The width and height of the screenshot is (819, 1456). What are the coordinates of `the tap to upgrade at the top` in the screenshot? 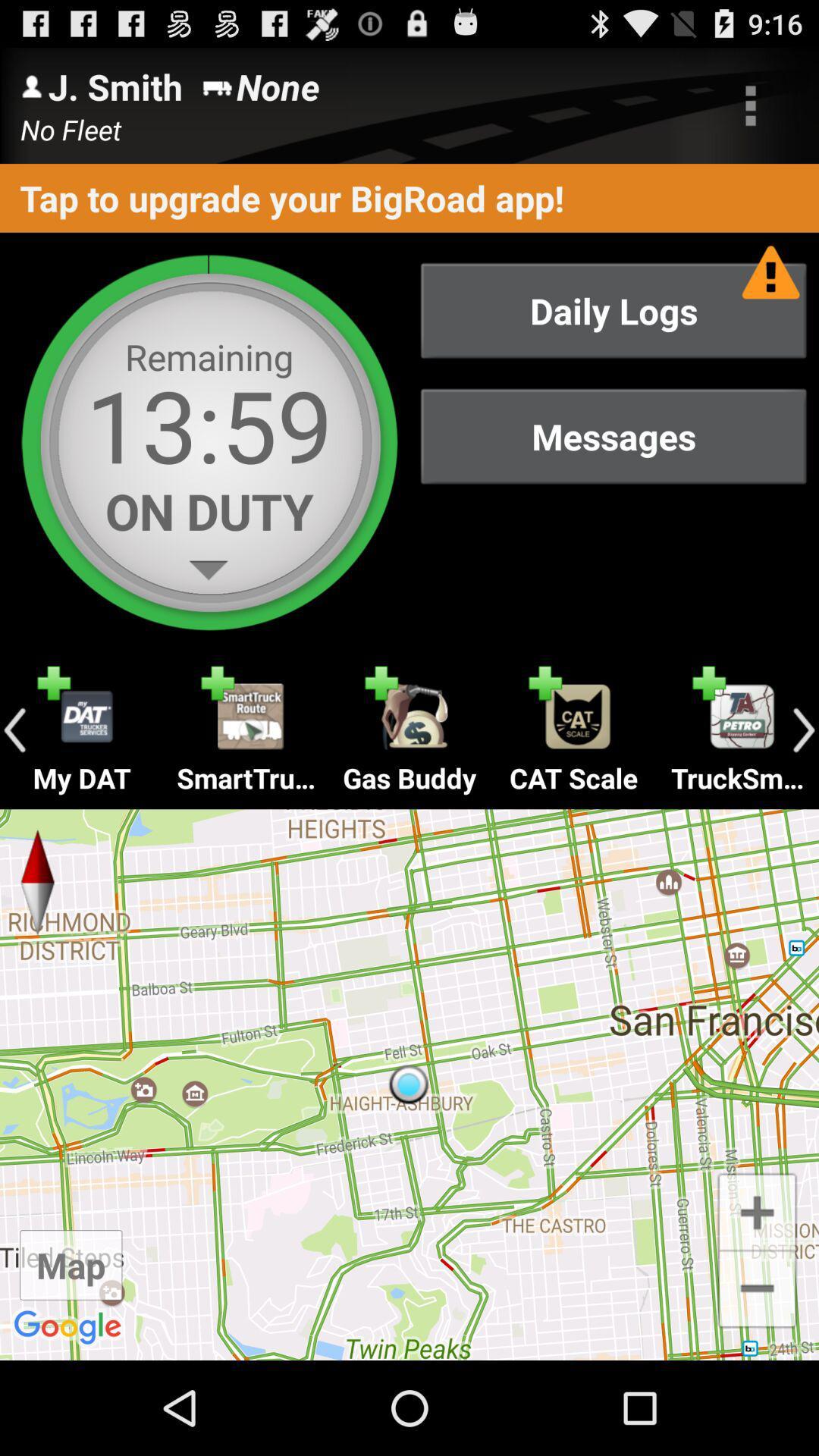 It's located at (409, 197).